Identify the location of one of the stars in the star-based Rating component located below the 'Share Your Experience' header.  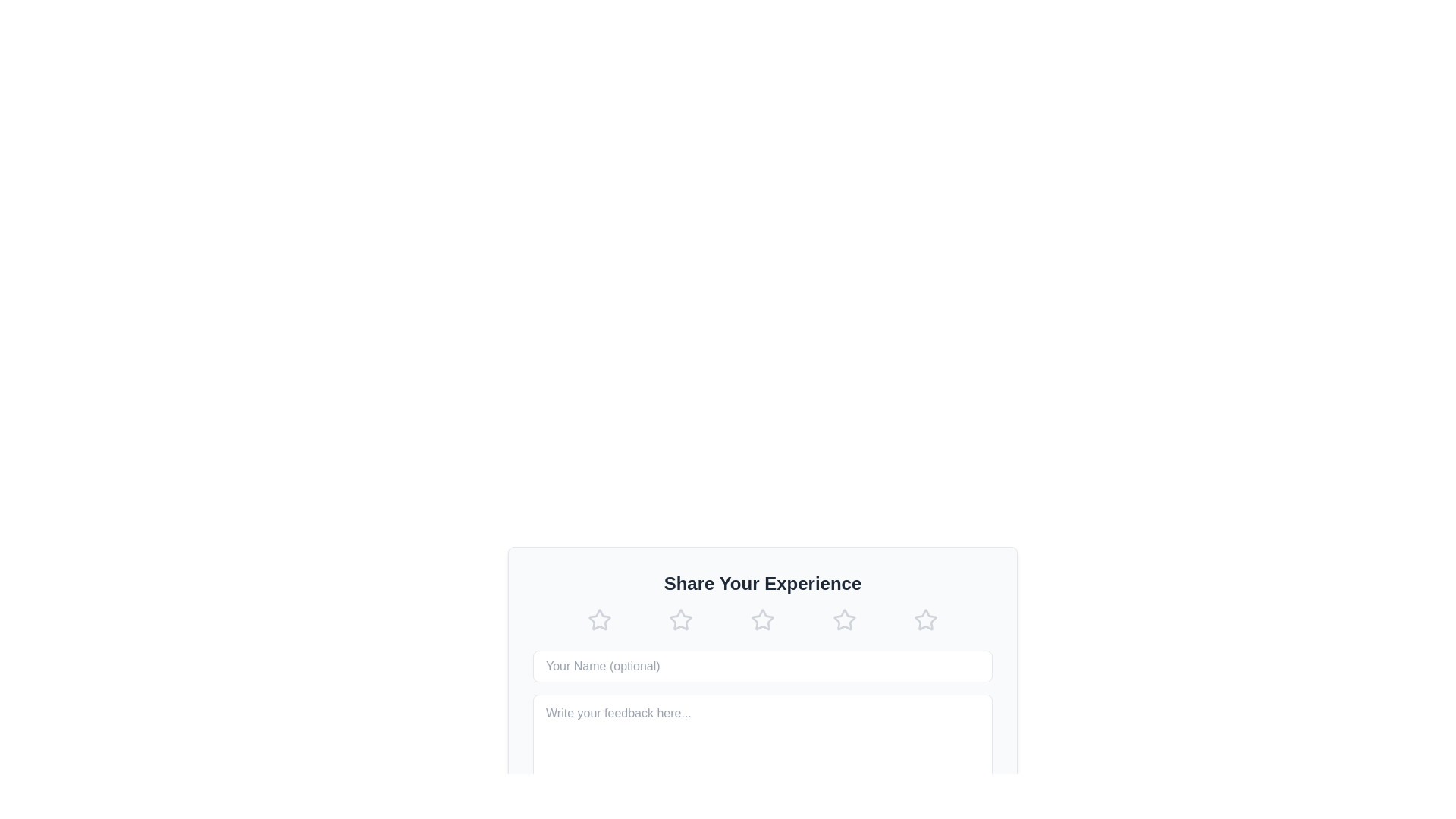
(763, 620).